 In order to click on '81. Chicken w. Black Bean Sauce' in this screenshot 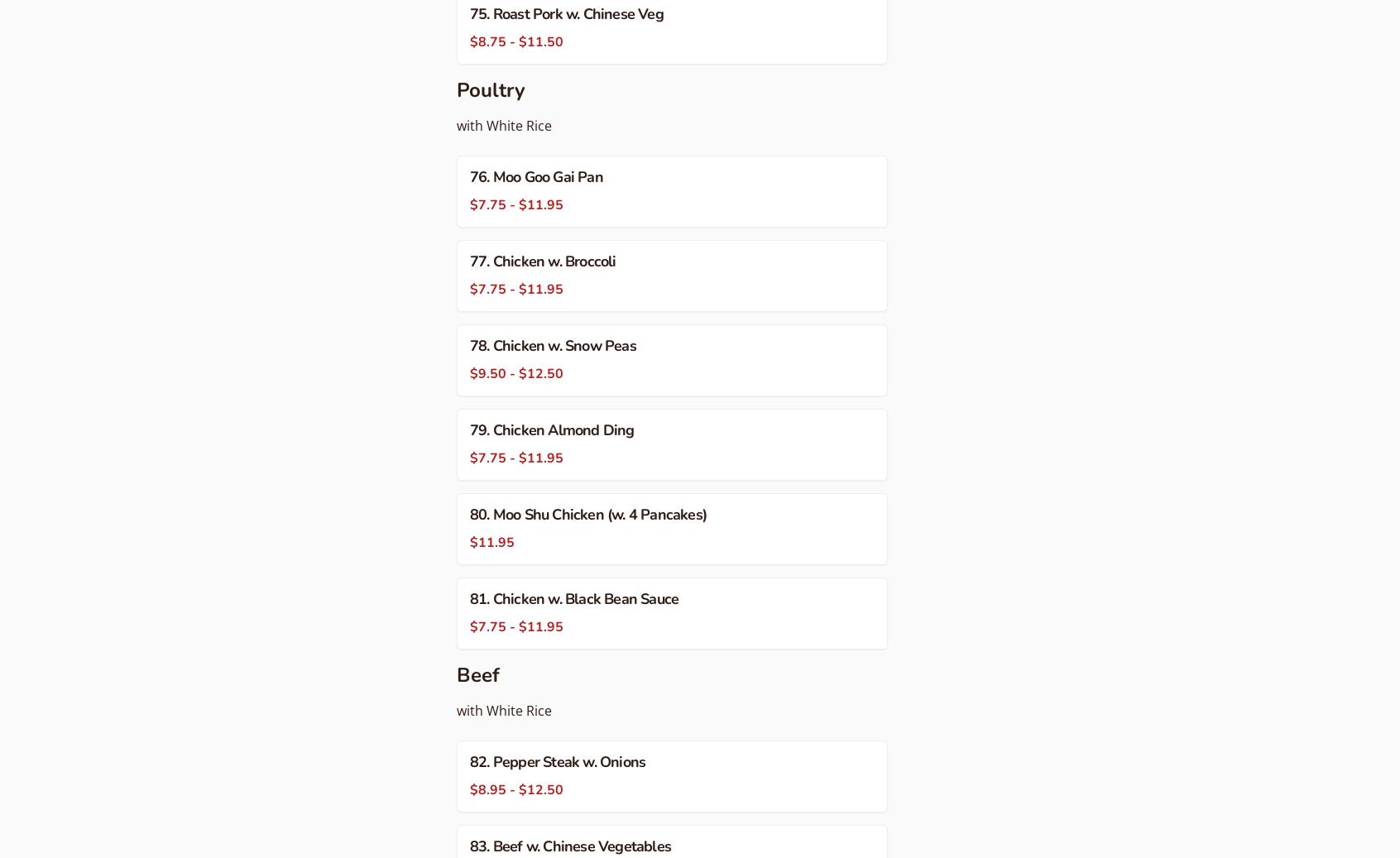, I will do `click(574, 599)`.